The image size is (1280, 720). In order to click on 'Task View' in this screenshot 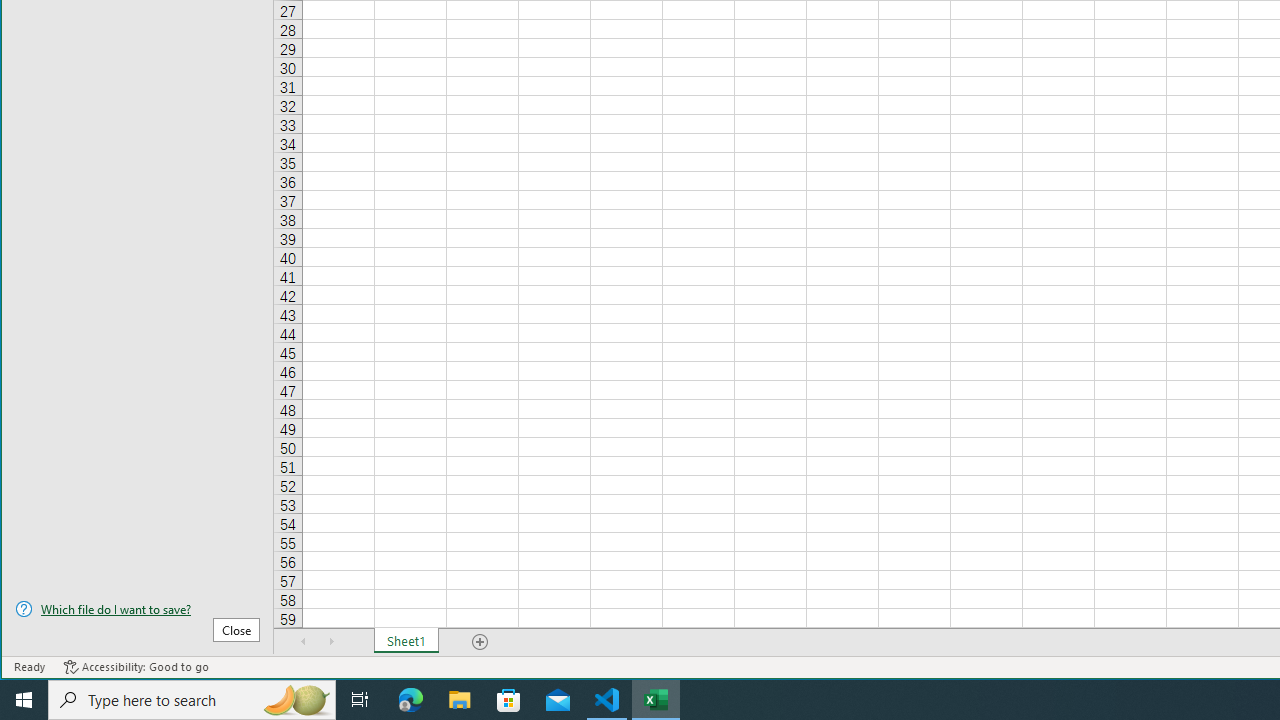, I will do `click(359, 698)`.